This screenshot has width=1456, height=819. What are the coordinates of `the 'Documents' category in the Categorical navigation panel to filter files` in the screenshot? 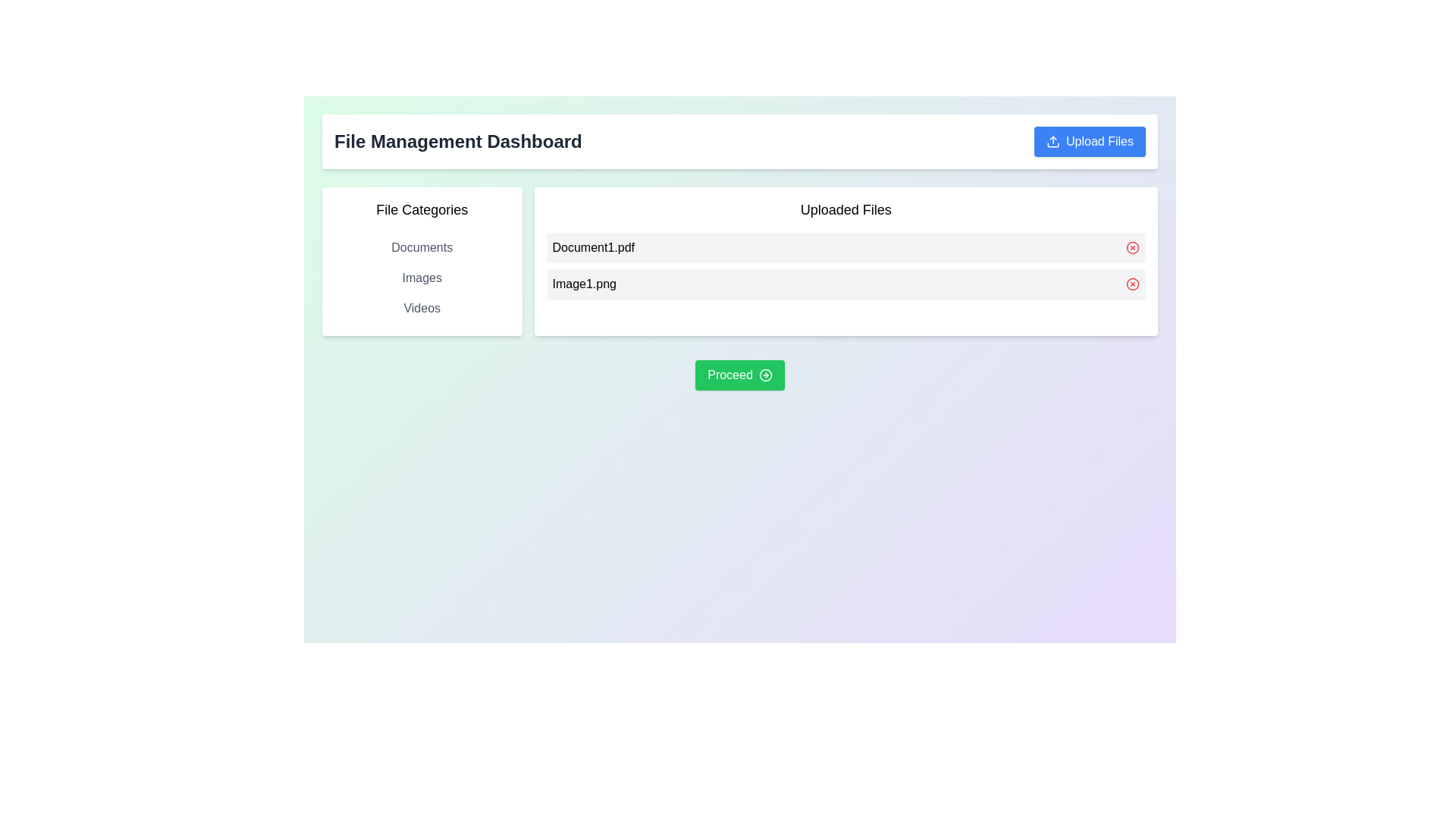 It's located at (422, 260).